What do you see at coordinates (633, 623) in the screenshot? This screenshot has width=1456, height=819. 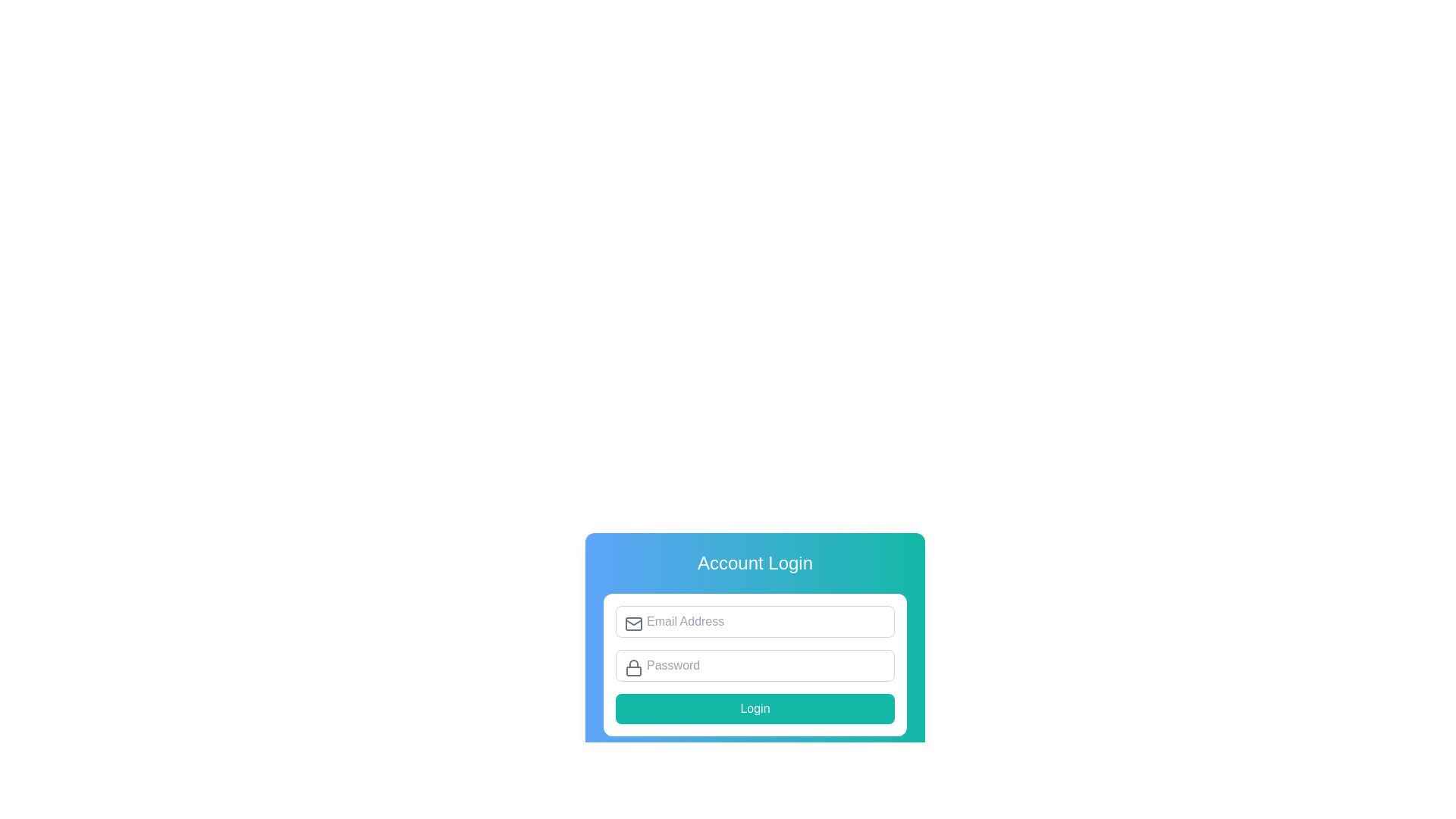 I see `the small gray envelope icon located in the upper-left corner of the email input field, which is slightly inset within the field` at bounding box center [633, 623].